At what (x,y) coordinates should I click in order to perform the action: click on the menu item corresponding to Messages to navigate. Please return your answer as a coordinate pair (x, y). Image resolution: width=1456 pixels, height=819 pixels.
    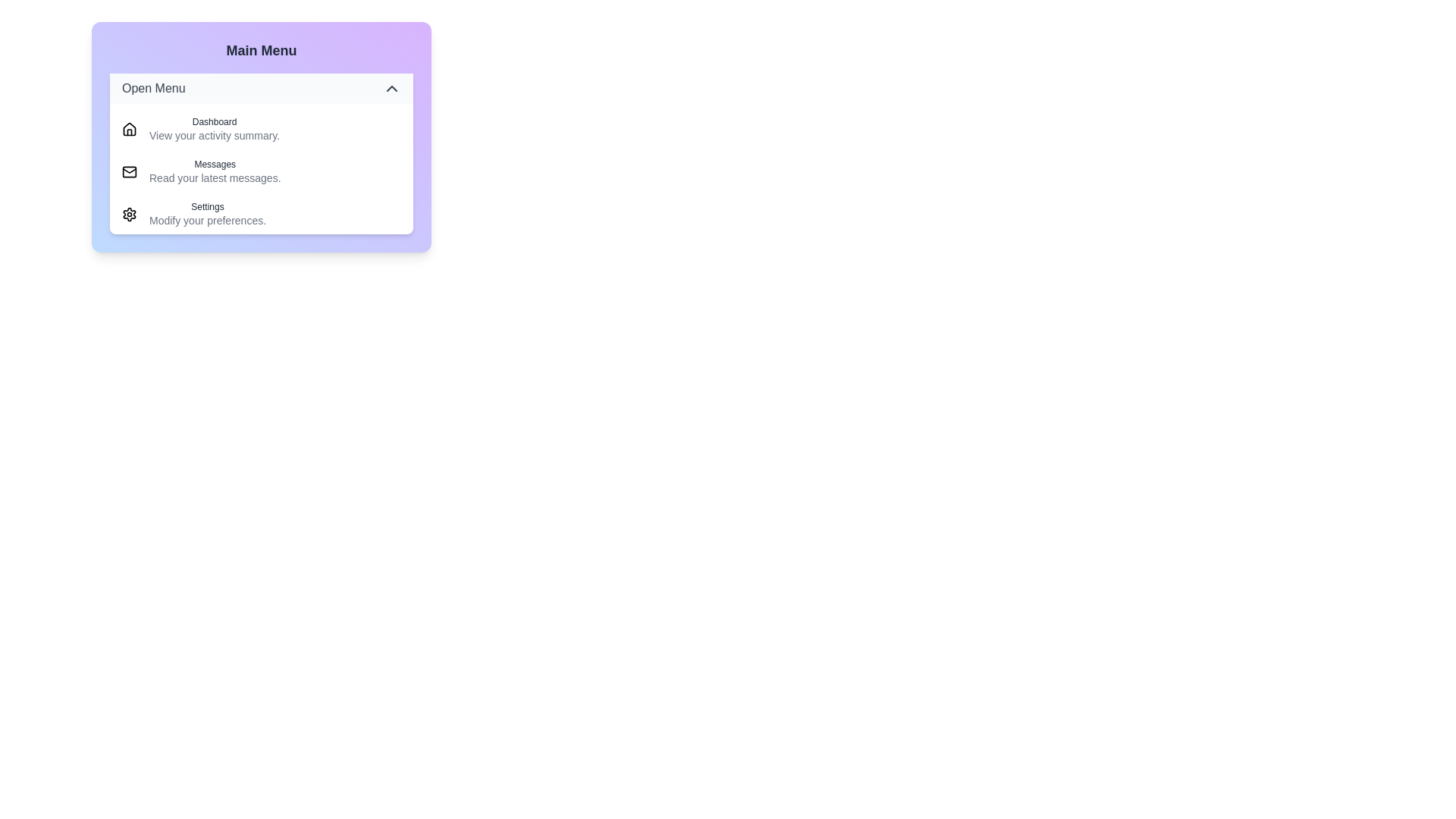
    Looking at the image, I should click on (262, 171).